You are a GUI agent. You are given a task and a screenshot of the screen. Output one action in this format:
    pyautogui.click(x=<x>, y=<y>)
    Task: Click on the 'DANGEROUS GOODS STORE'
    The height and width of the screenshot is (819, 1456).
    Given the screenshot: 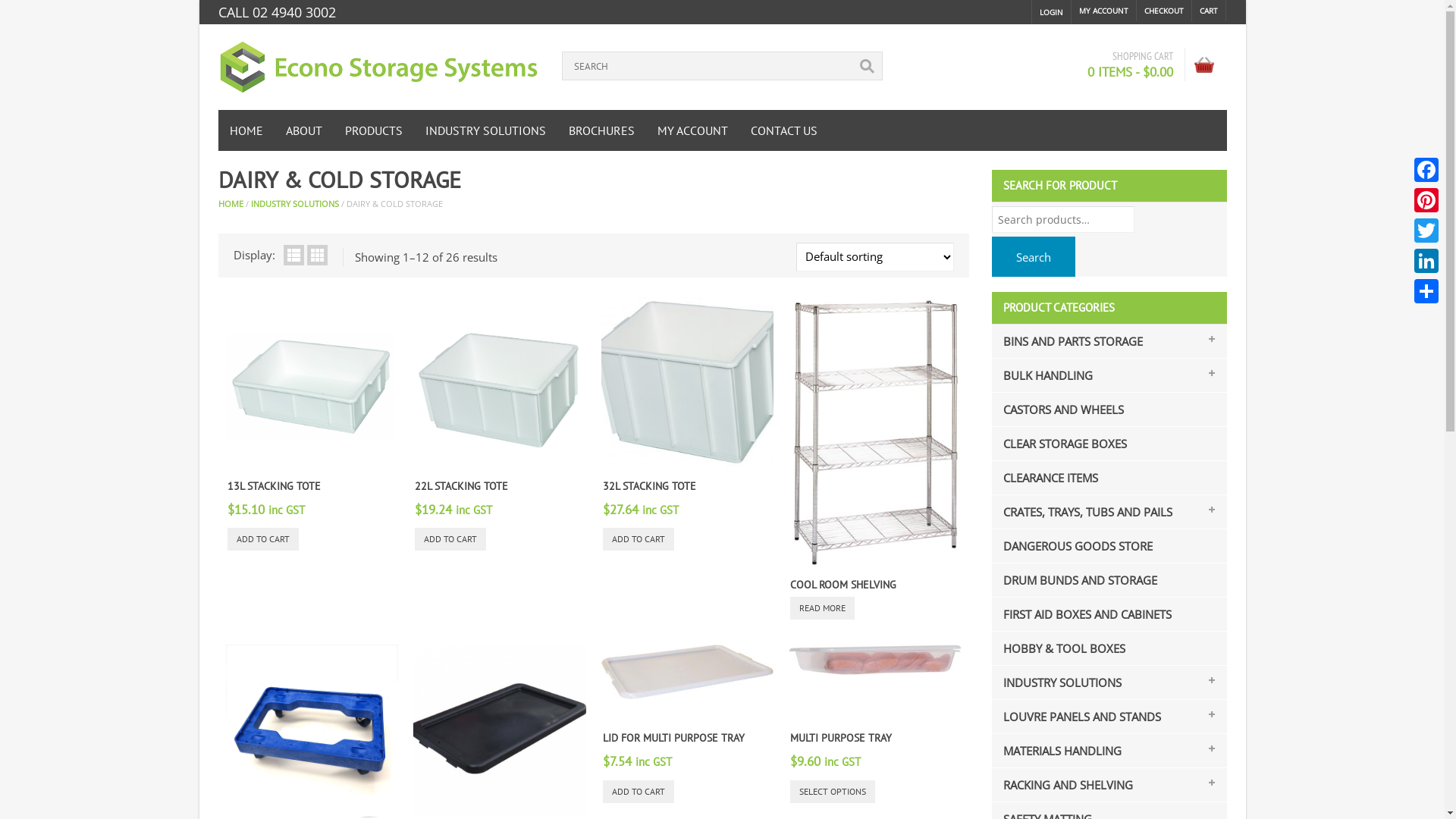 What is the action you would take?
    pyautogui.click(x=1072, y=546)
    